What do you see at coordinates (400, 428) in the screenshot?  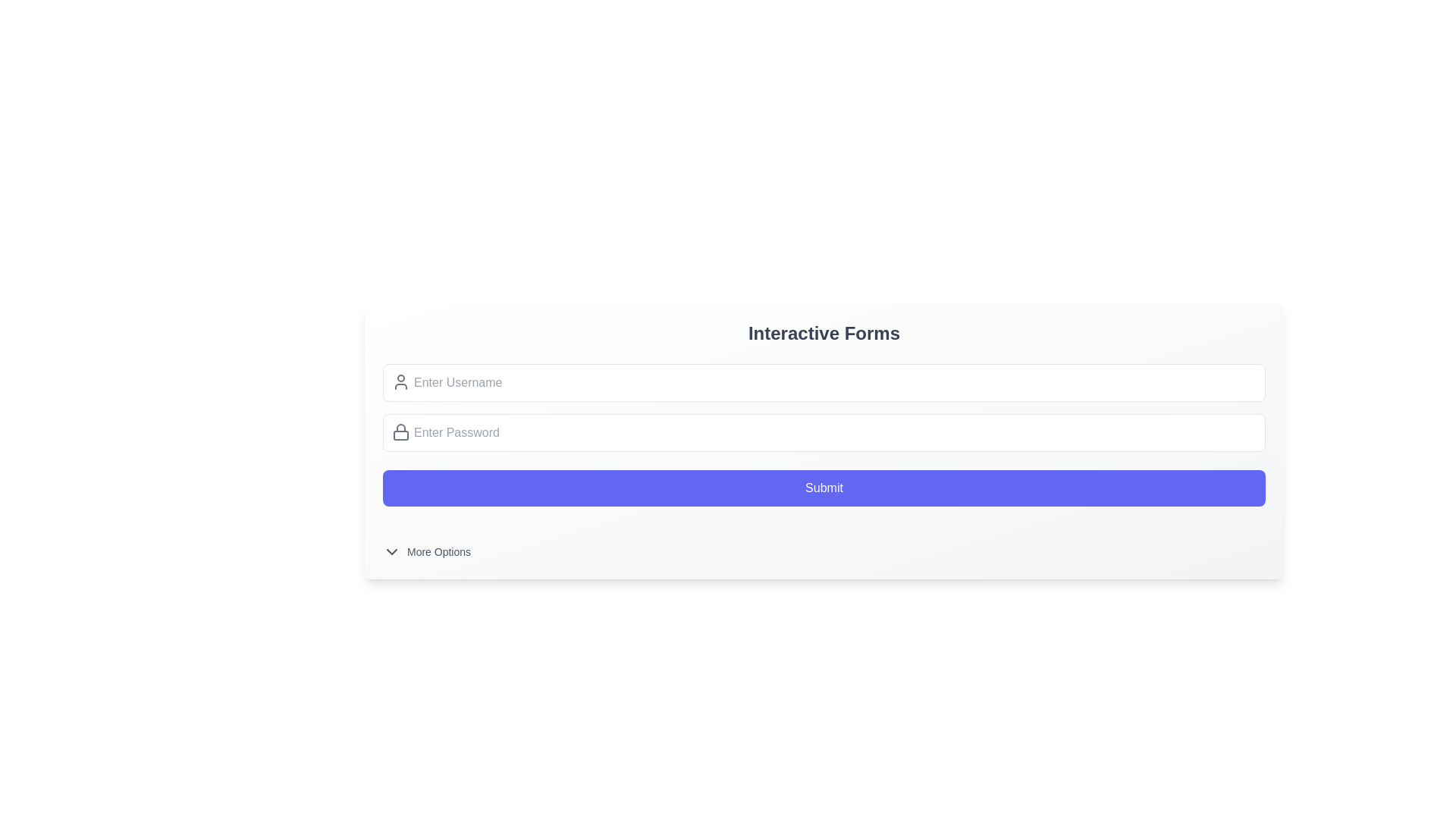 I see `the top curved portion of the lock icon within the password input field, which is styled with a gray outline and appears in the top left corner` at bounding box center [400, 428].